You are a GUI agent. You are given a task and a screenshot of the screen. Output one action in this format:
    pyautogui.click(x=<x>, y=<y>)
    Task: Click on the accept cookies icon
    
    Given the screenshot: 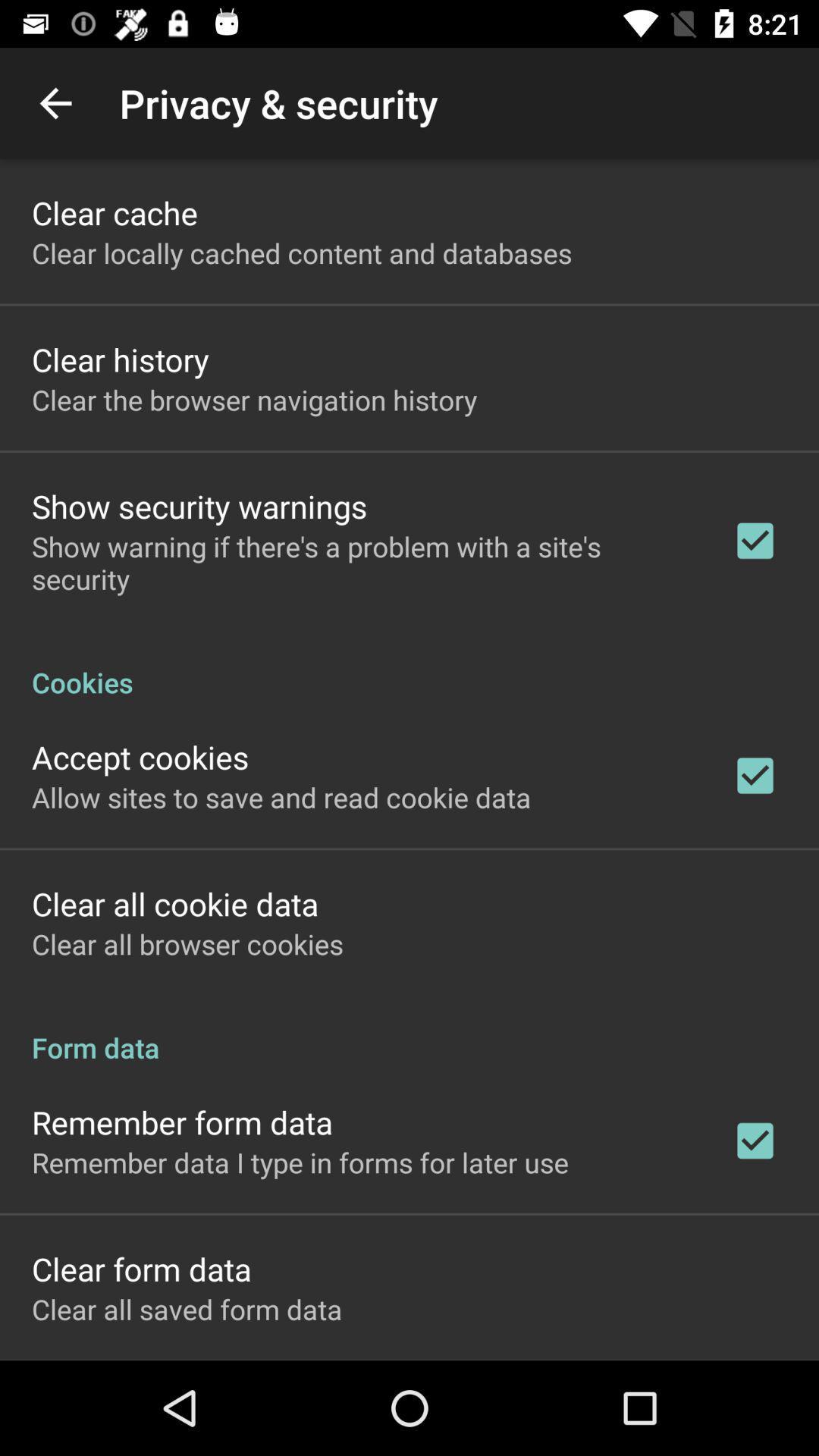 What is the action you would take?
    pyautogui.click(x=140, y=757)
    